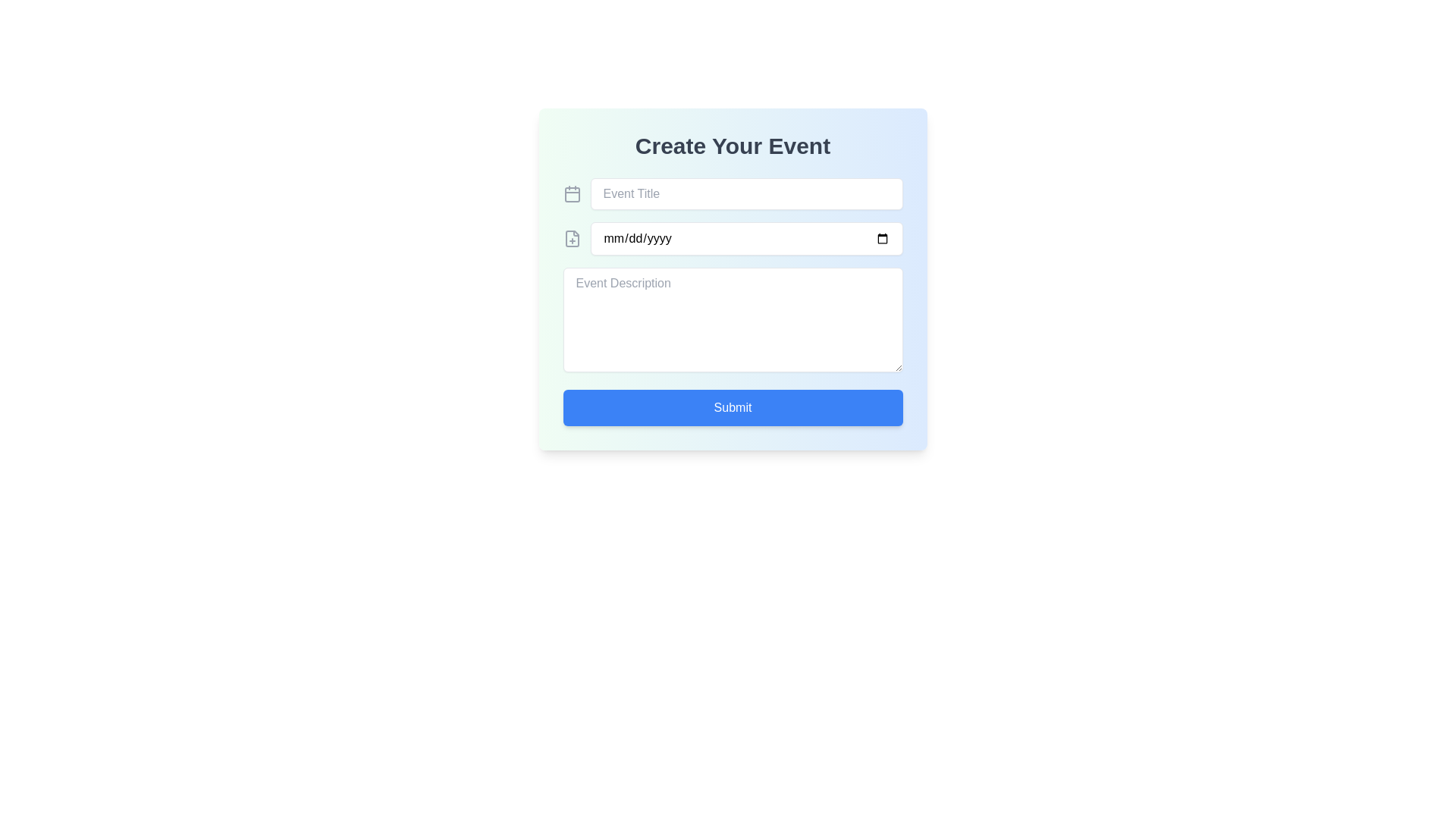 This screenshot has width=1456, height=819. I want to click on the calendar icon located to the left of the 'Event Title' input field in the 'Create Your Event' form, so click(571, 193).